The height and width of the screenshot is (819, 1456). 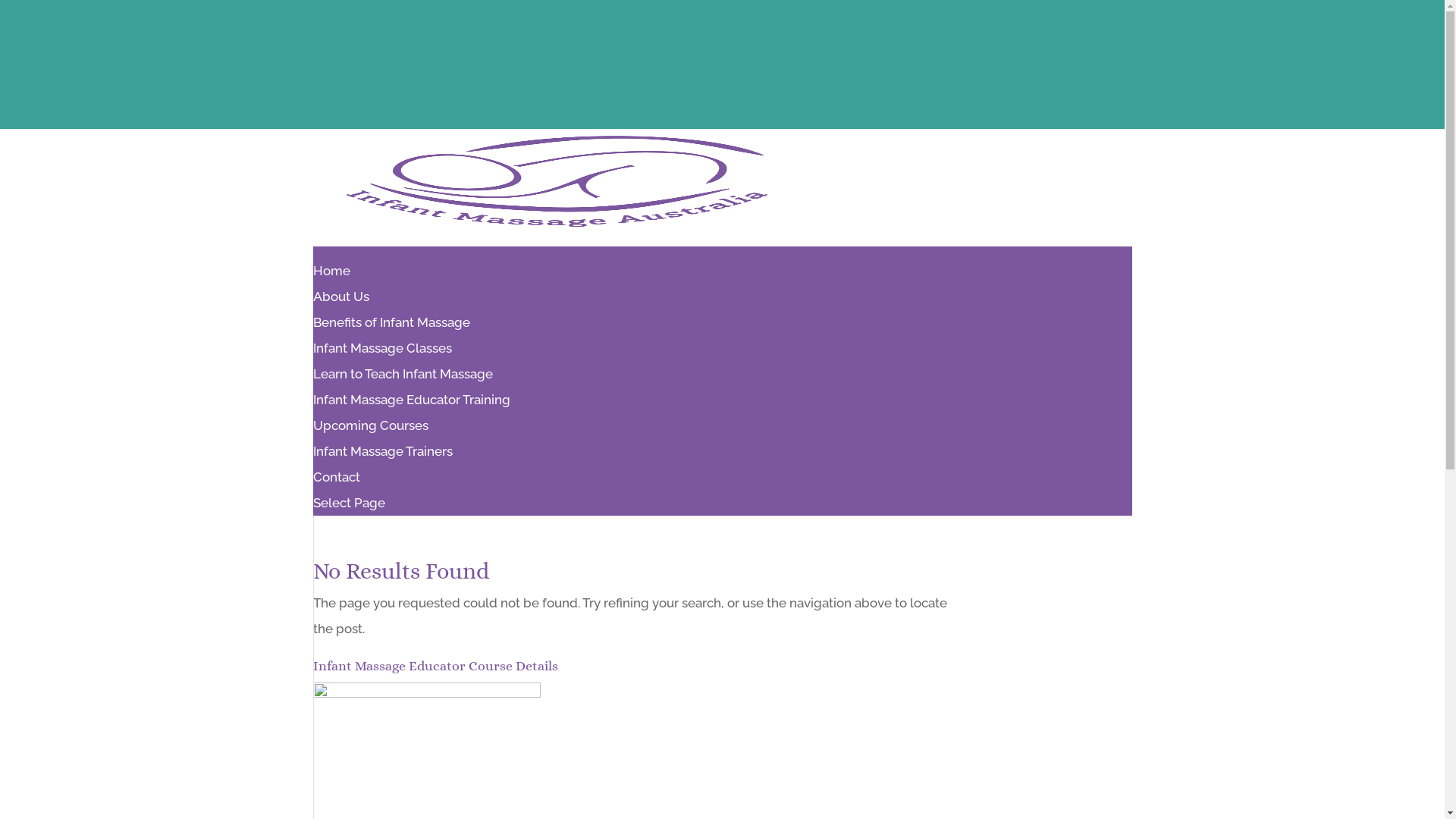 What do you see at coordinates (370, 425) in the screenshot?
I see `'Upcoming Courses'` at bounding box center [370, 425].